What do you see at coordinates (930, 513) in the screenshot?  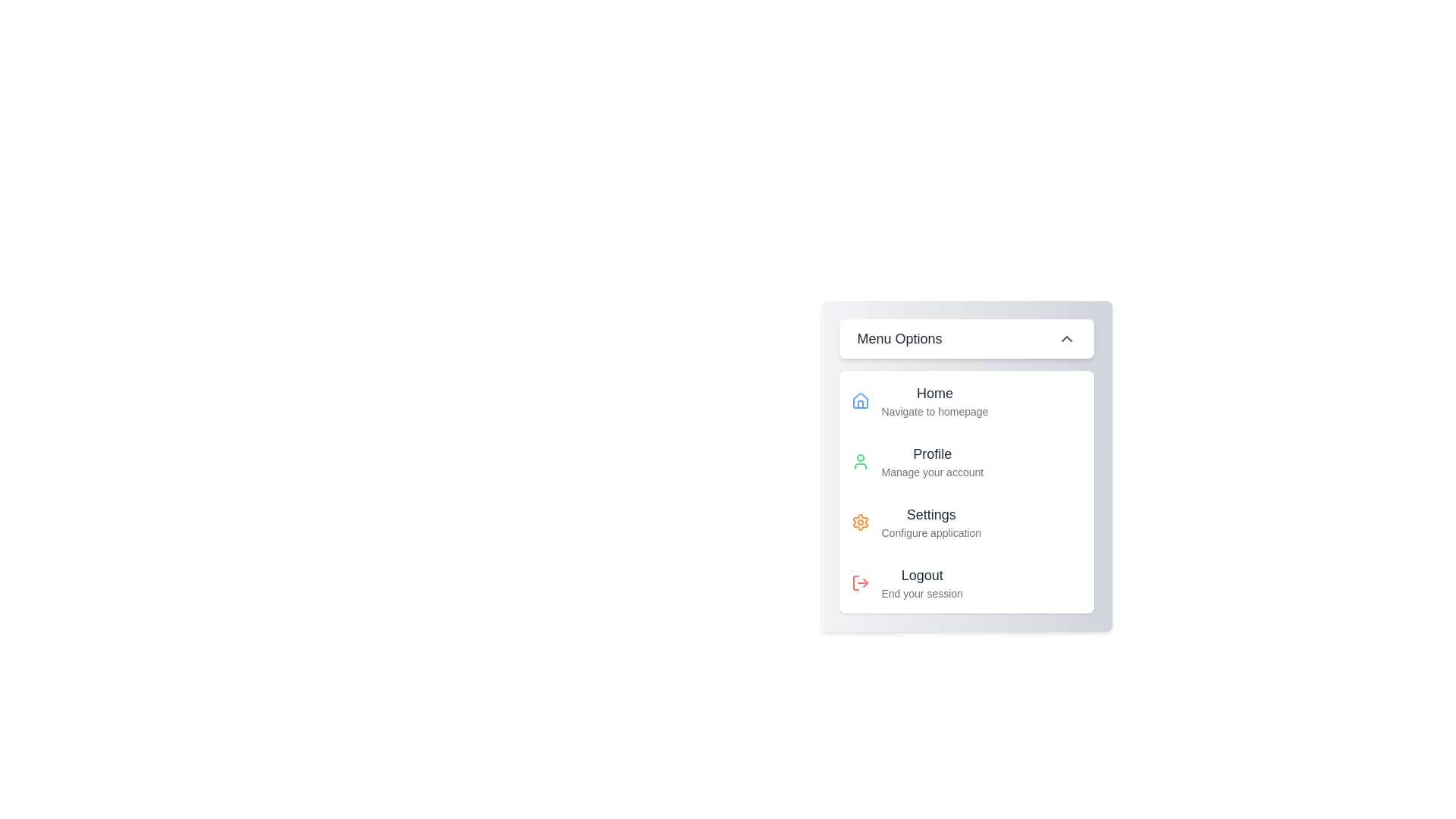 I see `the 'Settings' text label in the dropdown menu titled 'Menu Options', which is the third option in the list and has a bold grayish-black font` at bounding box center [930, 513].